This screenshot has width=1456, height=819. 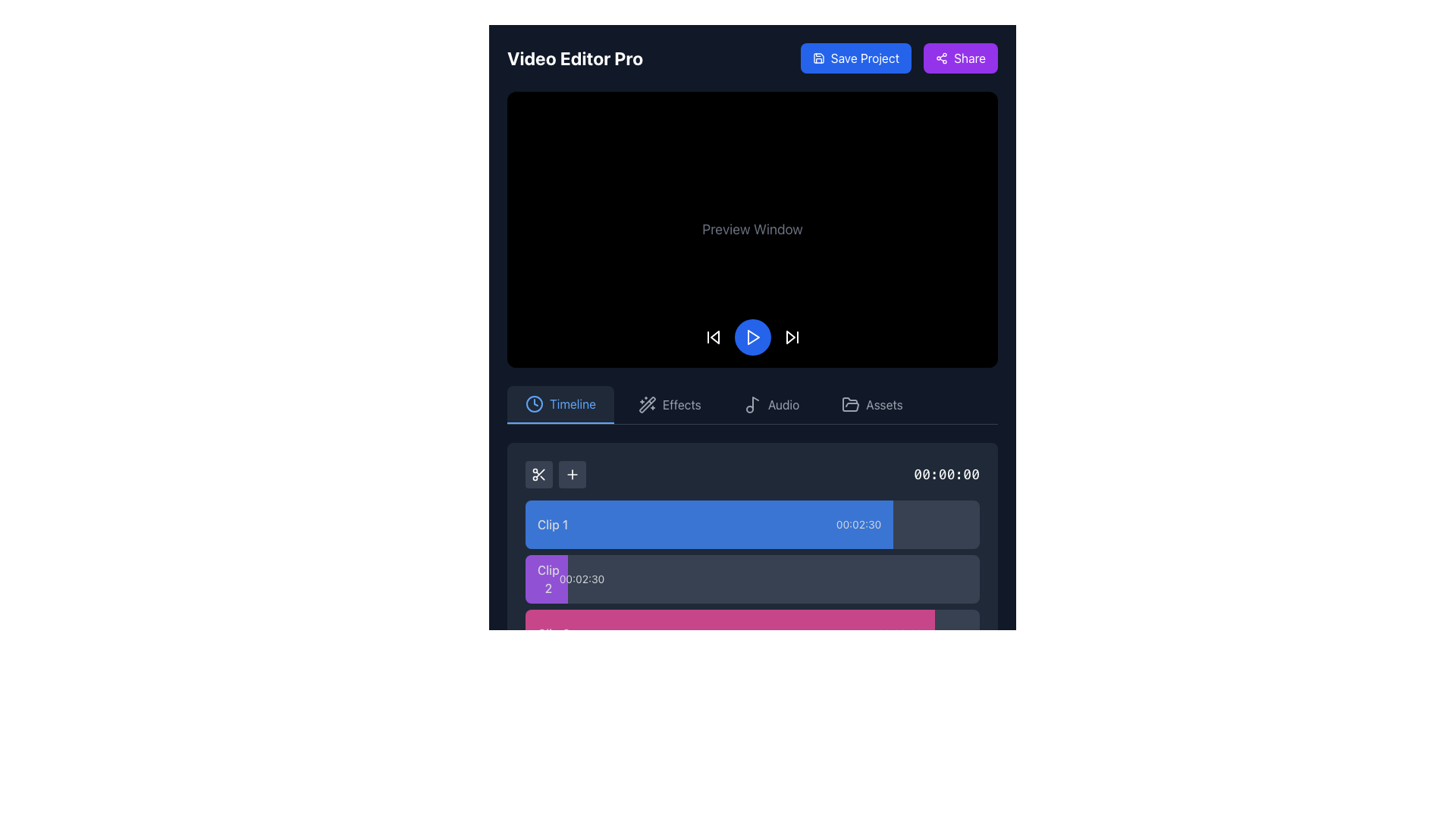 I want to click on the 'Audio' tab located in the navigation bar, which allows users to manage audio elements in the application, so click(x=752, y=404).